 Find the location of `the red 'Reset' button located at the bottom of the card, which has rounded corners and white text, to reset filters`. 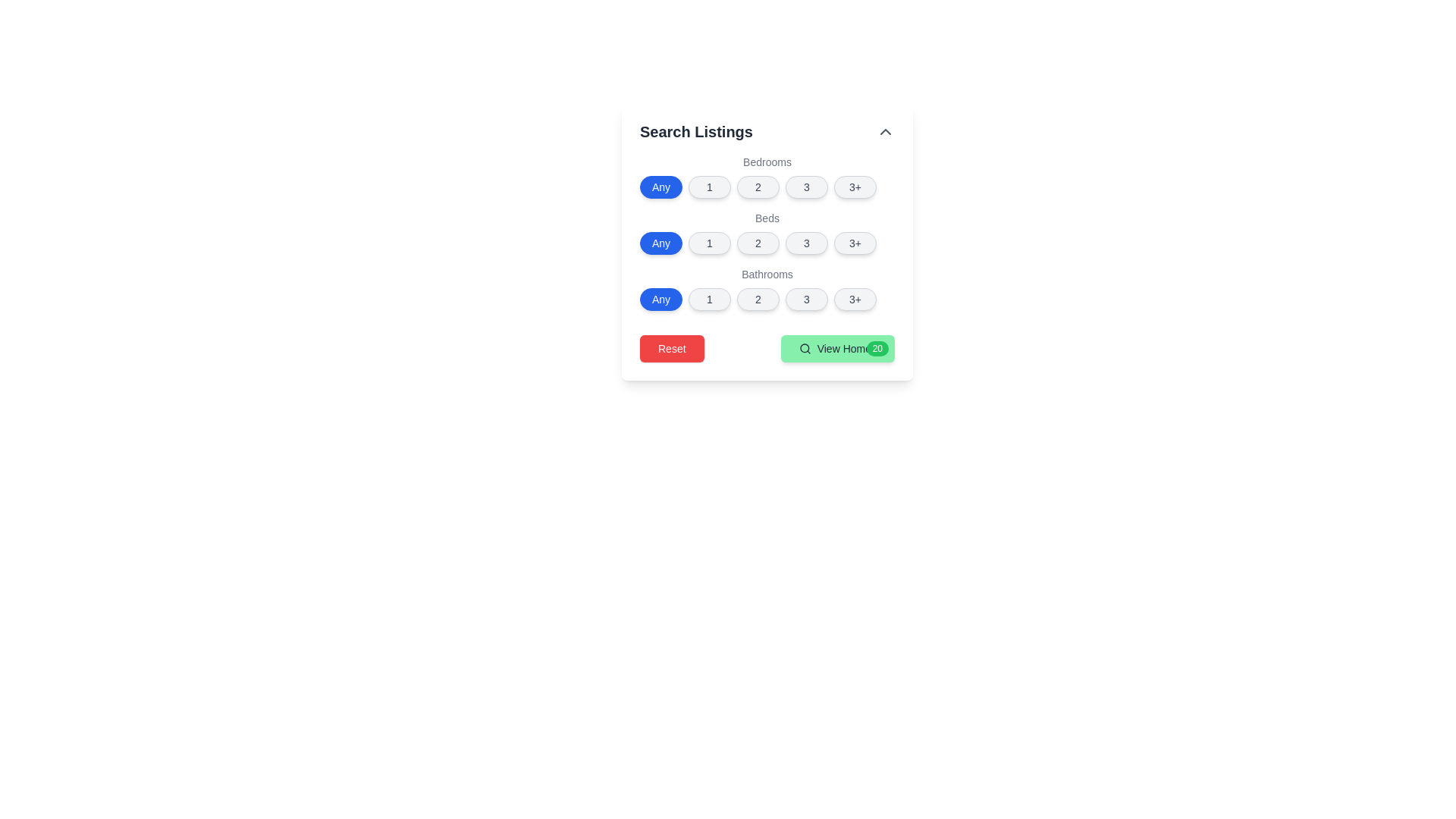

the red 'Reset' button located at the bottom of the card, which has rounded corners and white text, to reset filters is located at coordinates (671, 348).